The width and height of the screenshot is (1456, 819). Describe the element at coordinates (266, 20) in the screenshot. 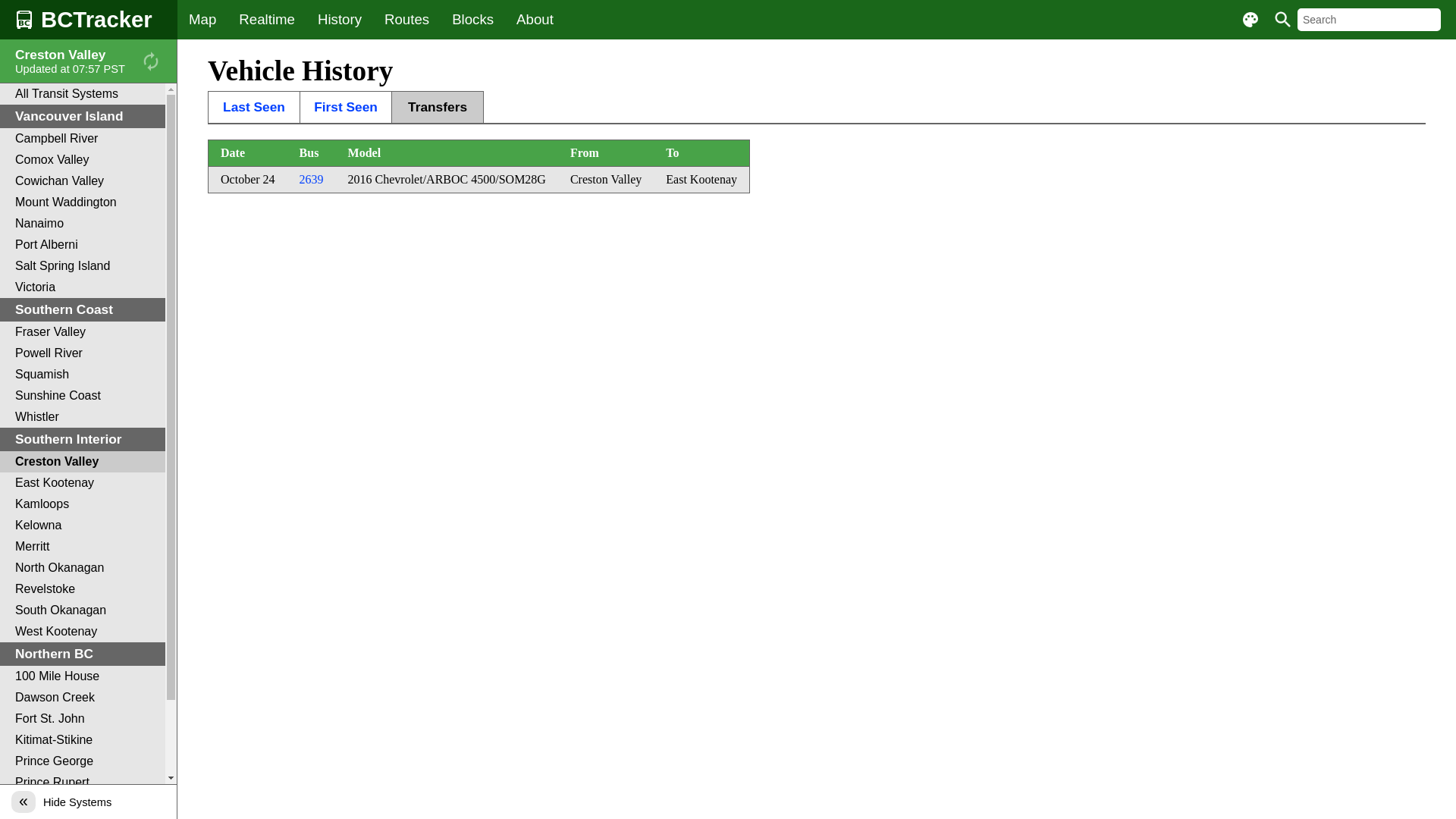

I see `'Realtime'` at that location.